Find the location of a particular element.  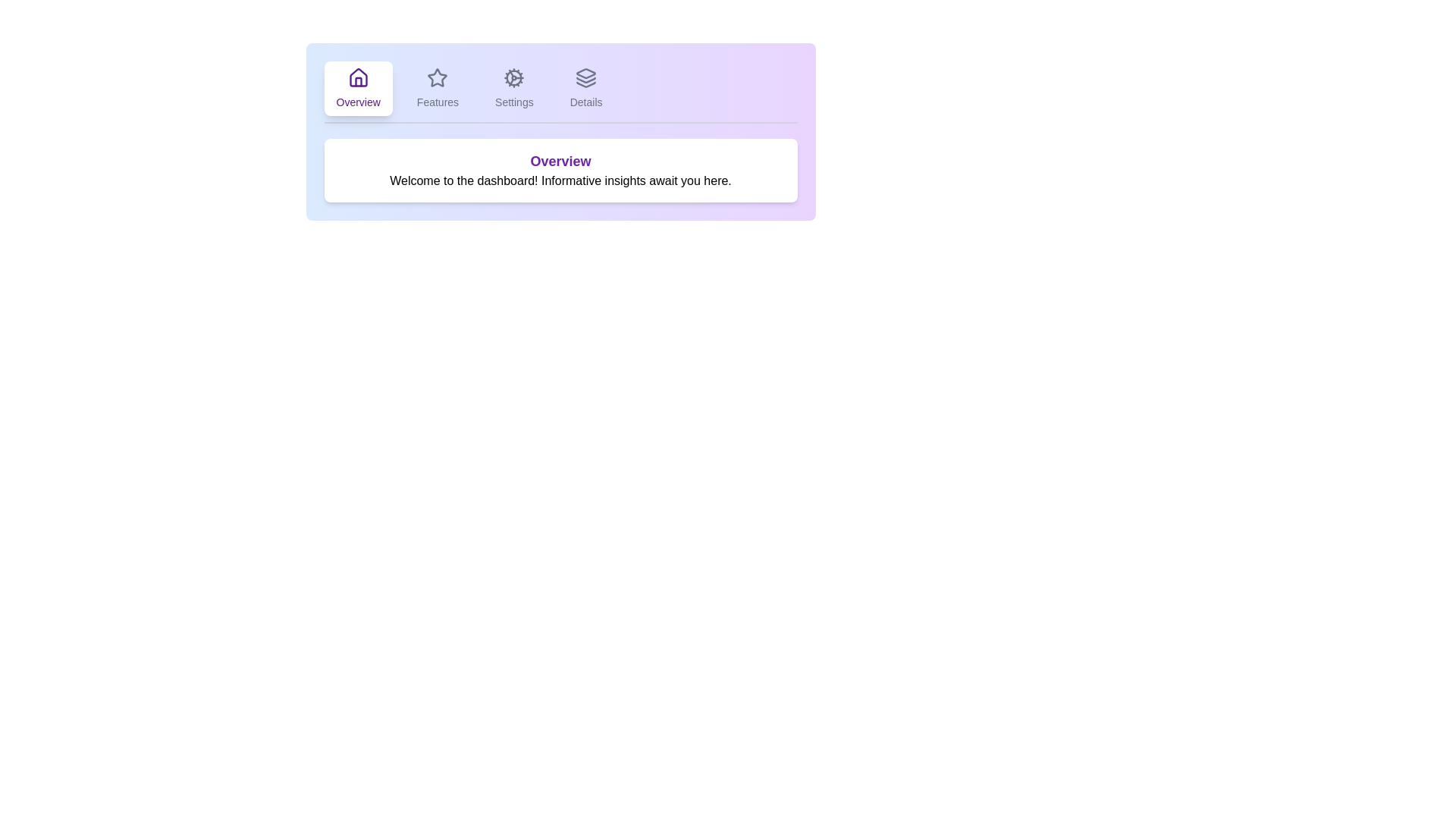

the Overview tab to observe its hover effect is located at coordinates (357, 88).